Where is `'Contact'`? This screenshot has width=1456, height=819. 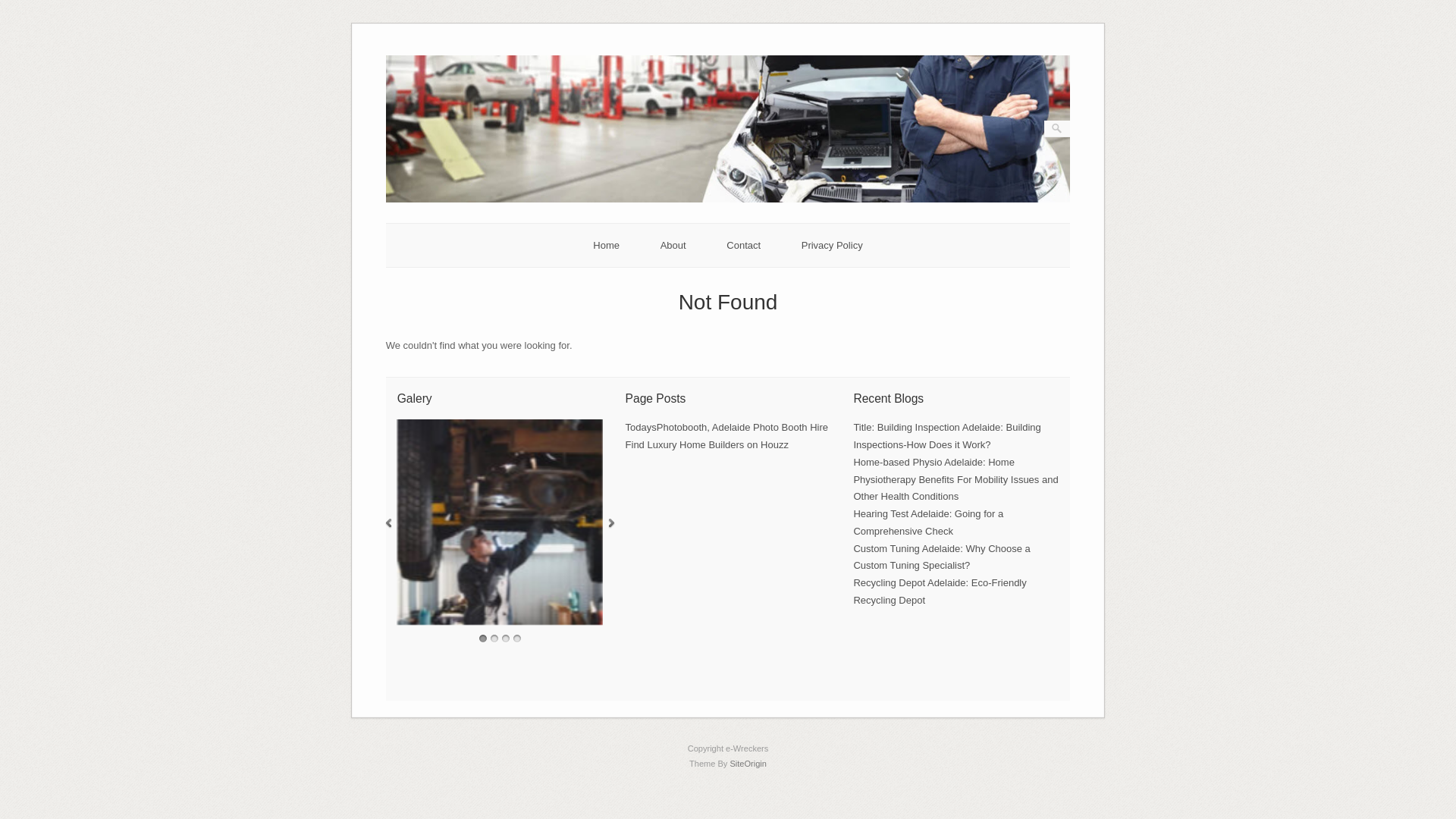
'Contact' is located at coordinates (743, 244).